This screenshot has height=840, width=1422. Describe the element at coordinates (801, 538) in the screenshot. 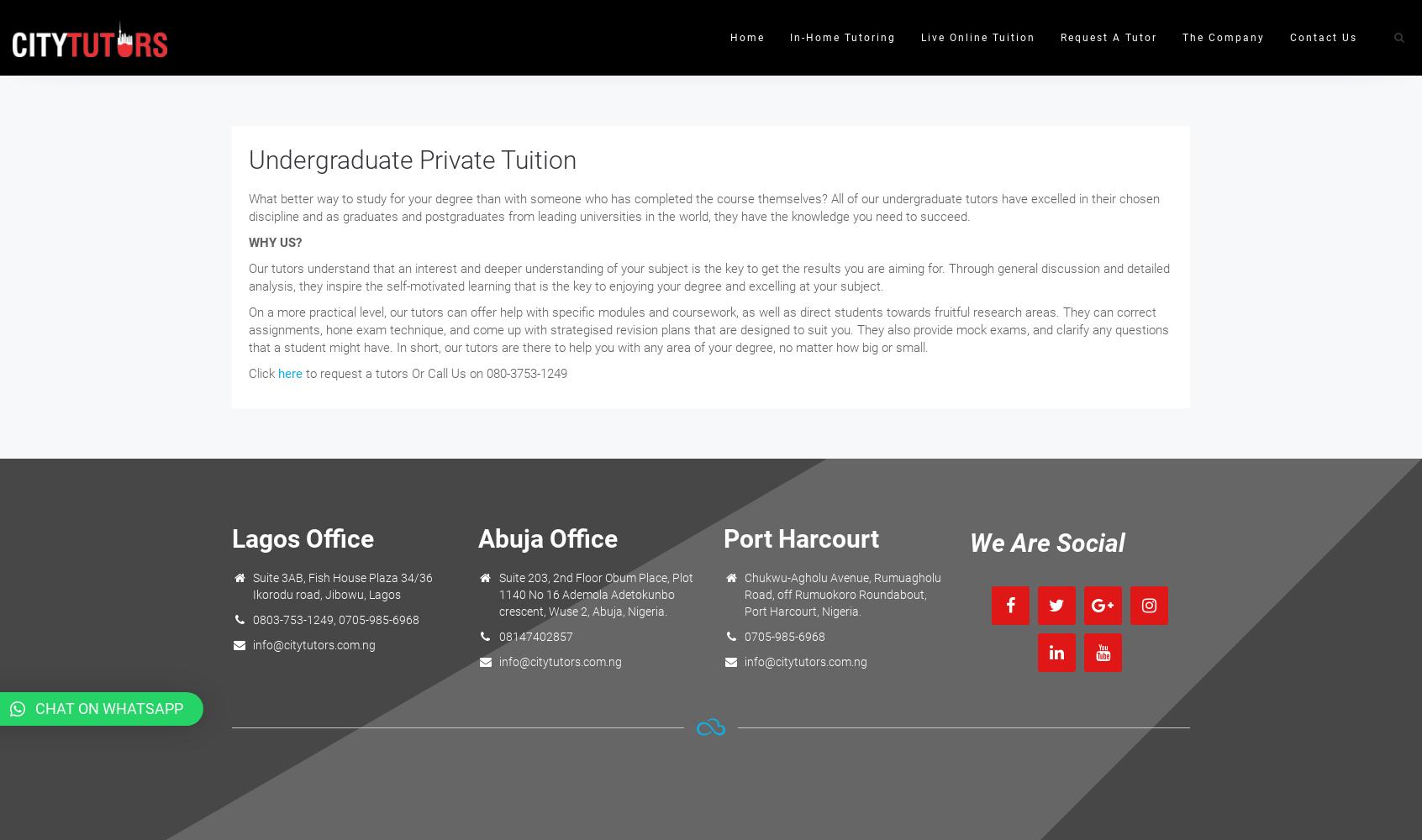

I see `'Port Harcourt'` at that location.